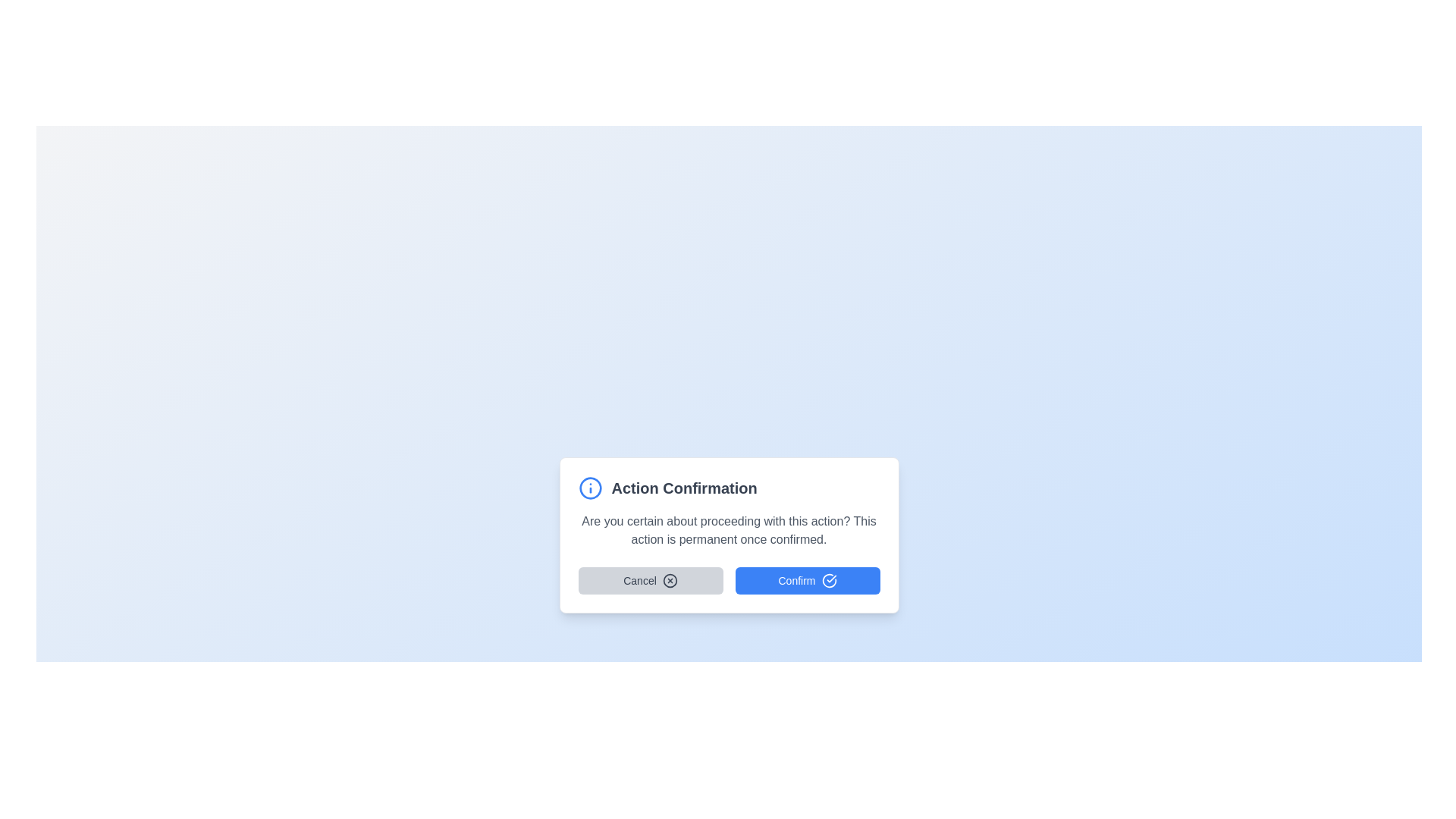 The image size is (1456, 819). What do you see at coordinates (683, 488) in the screenshot?
I see `the 'Action Confirmation' text label, which is styled in bold, extra-large gray font and positioned to the right of an information icon in the top center of a modal dialog box` at bounding box center [683, 488].